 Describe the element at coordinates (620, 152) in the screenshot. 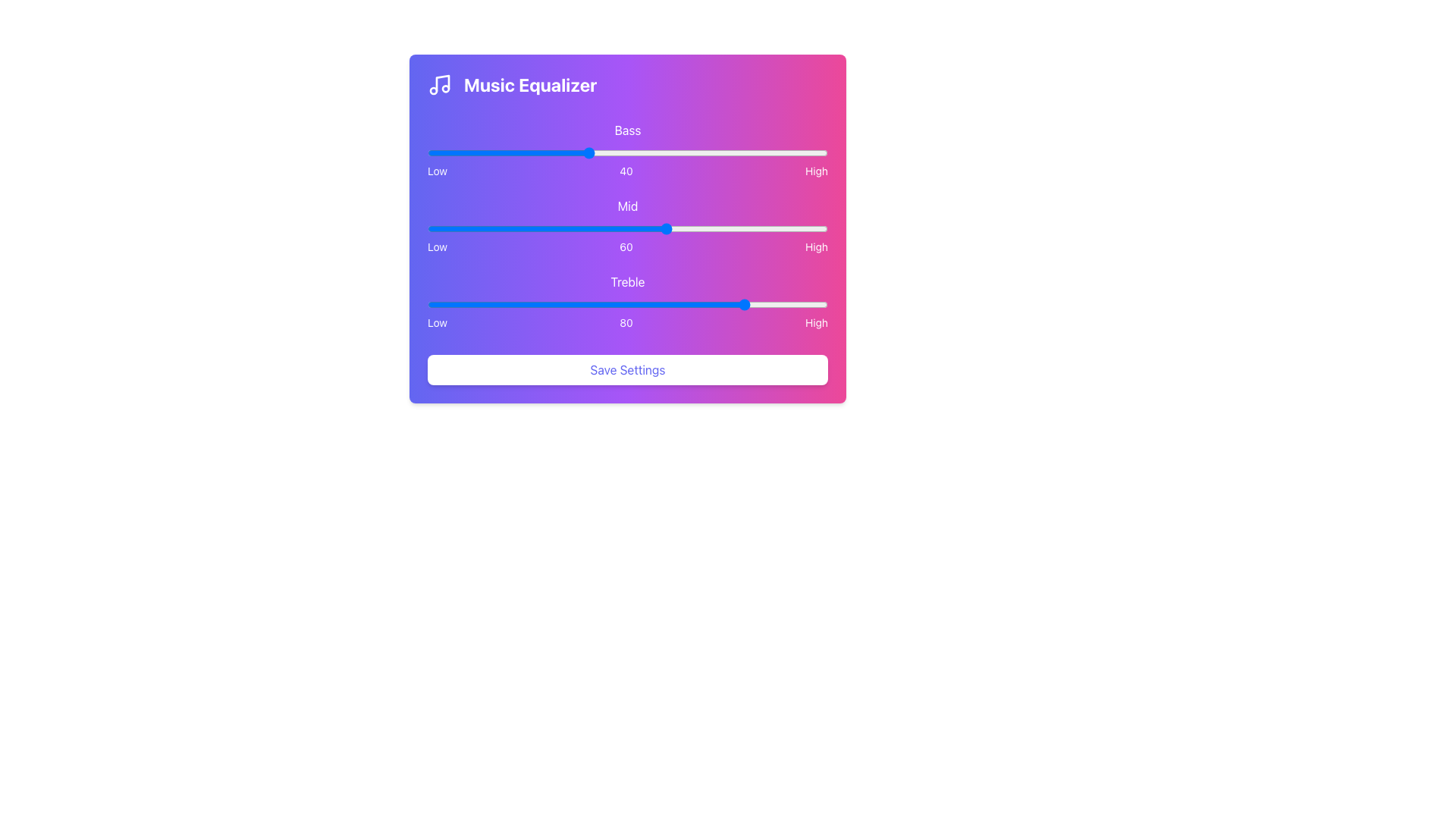

I see `the bass level` at that location.